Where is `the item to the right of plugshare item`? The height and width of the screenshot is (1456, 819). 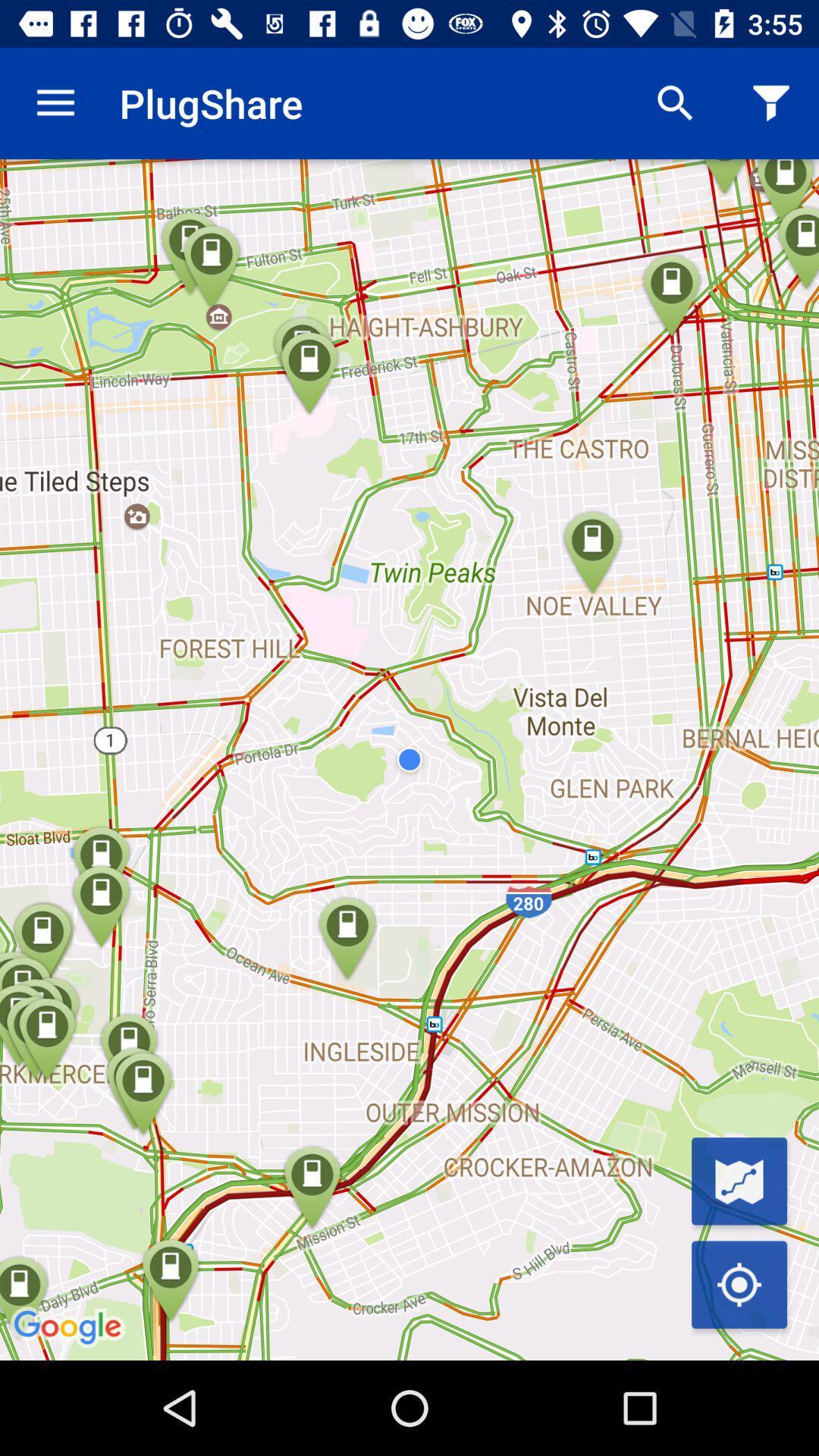
the item to the right of plugshare item is located at coordinates (675, 102).